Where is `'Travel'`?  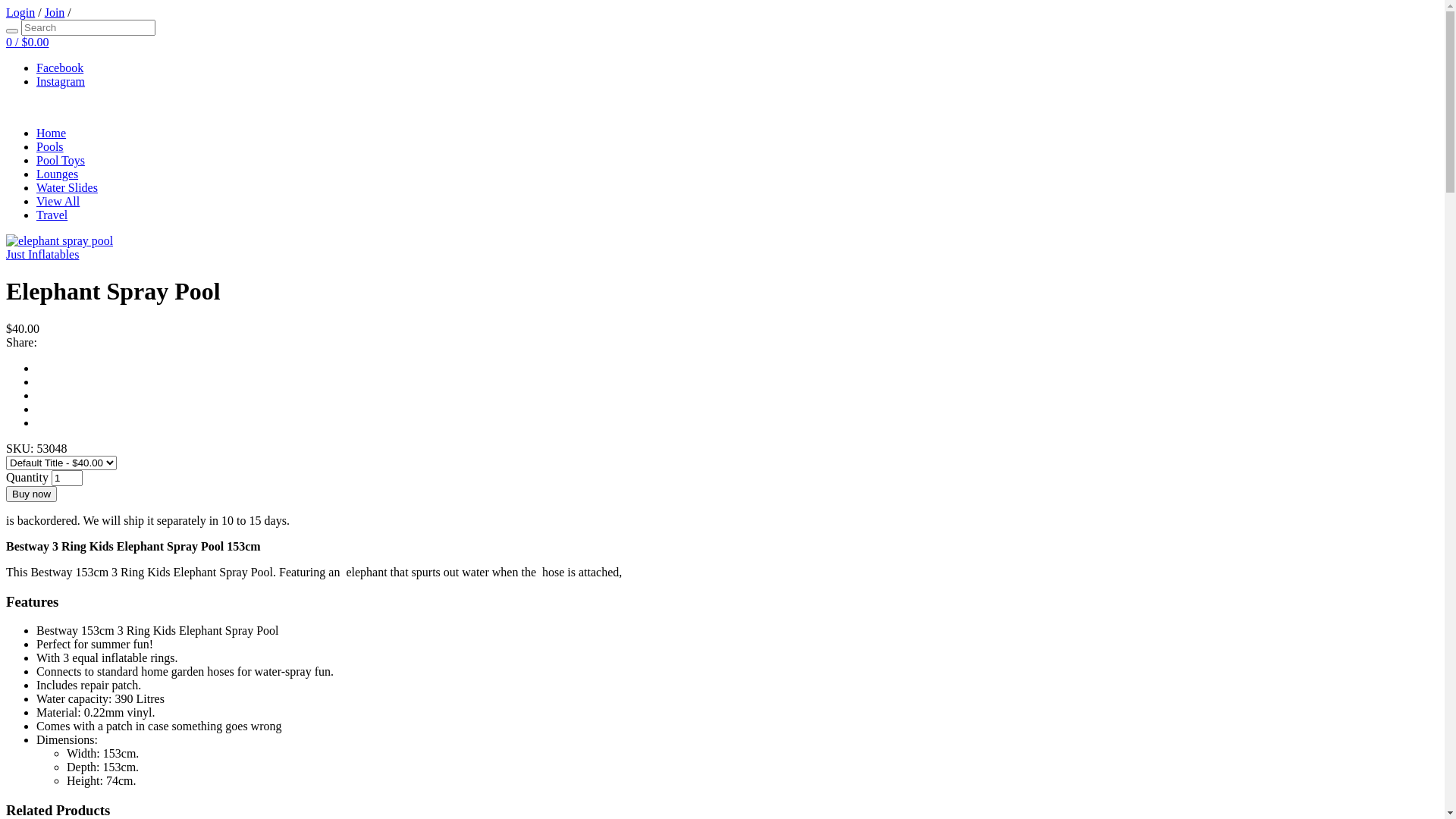 'Travel' is located at coordinates (52, 215).